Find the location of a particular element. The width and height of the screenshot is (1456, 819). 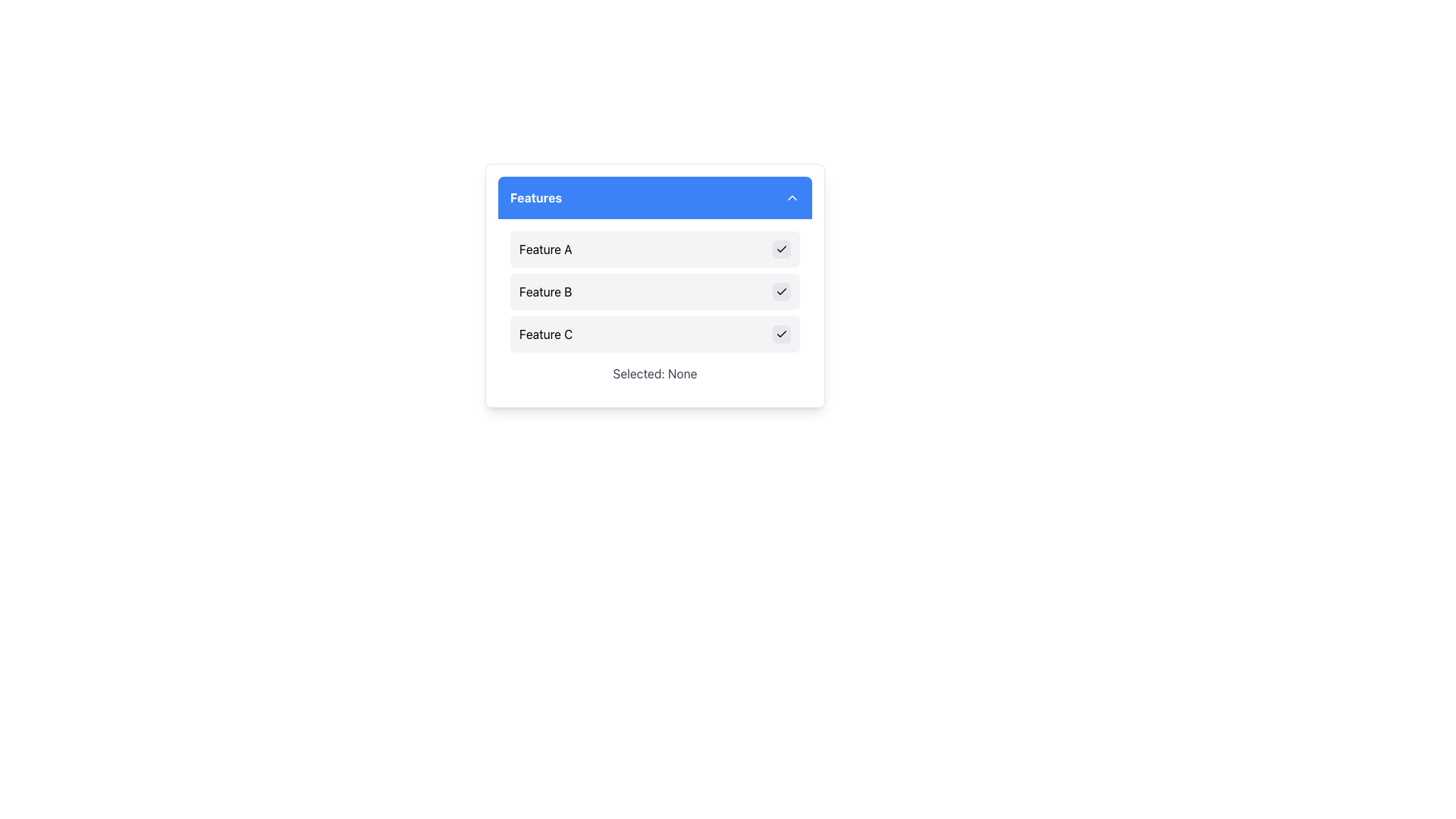

the toggle button (chevron icon) located at the far right of the horizontal blue bar titled 'Features' is located at coordinates (792, 197).